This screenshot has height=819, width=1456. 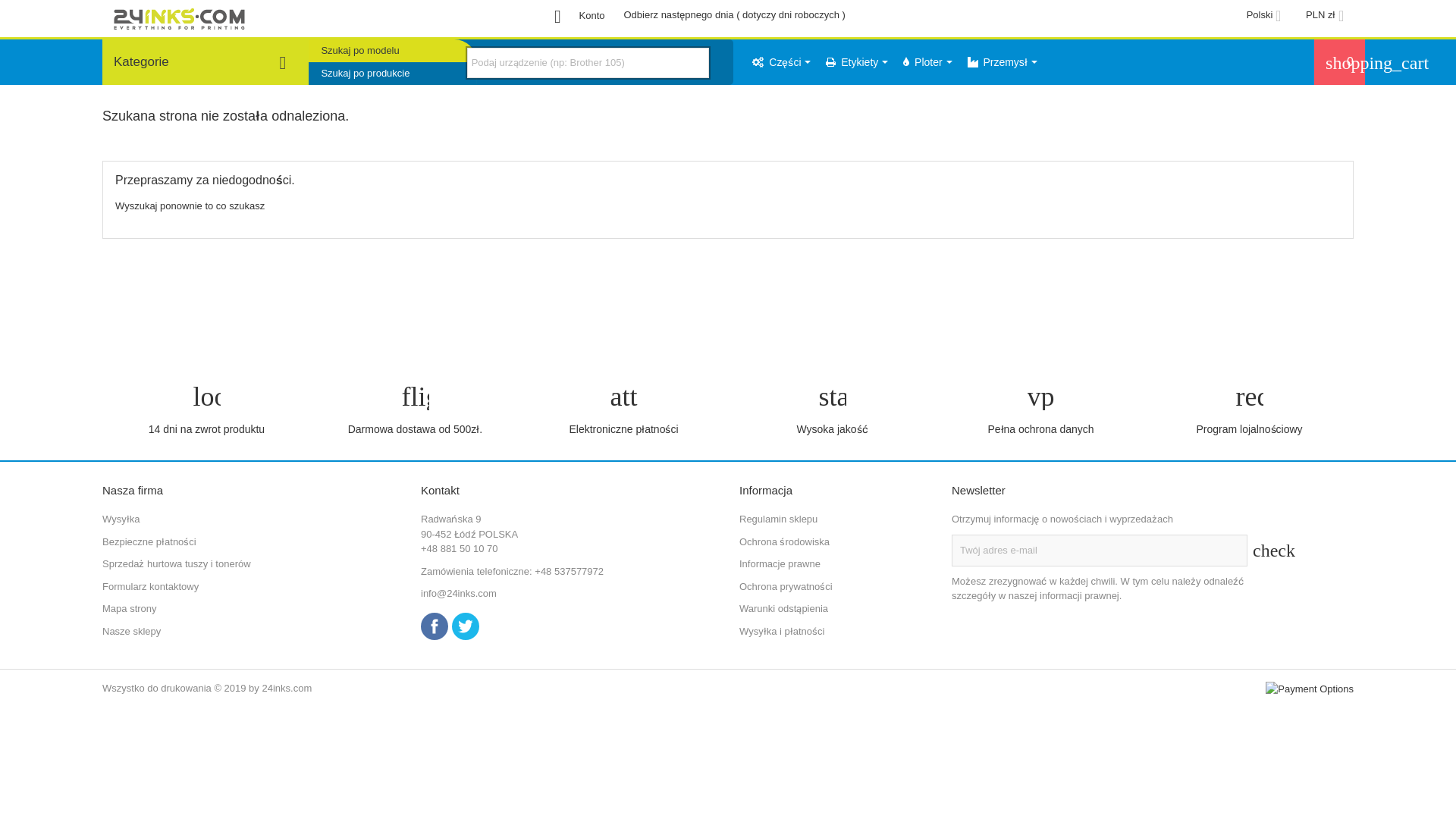 What do you see at coordinates (308, 49) in the screenshot?
I see `'Szukaj po modelu'` at bounding box center [308, 49].